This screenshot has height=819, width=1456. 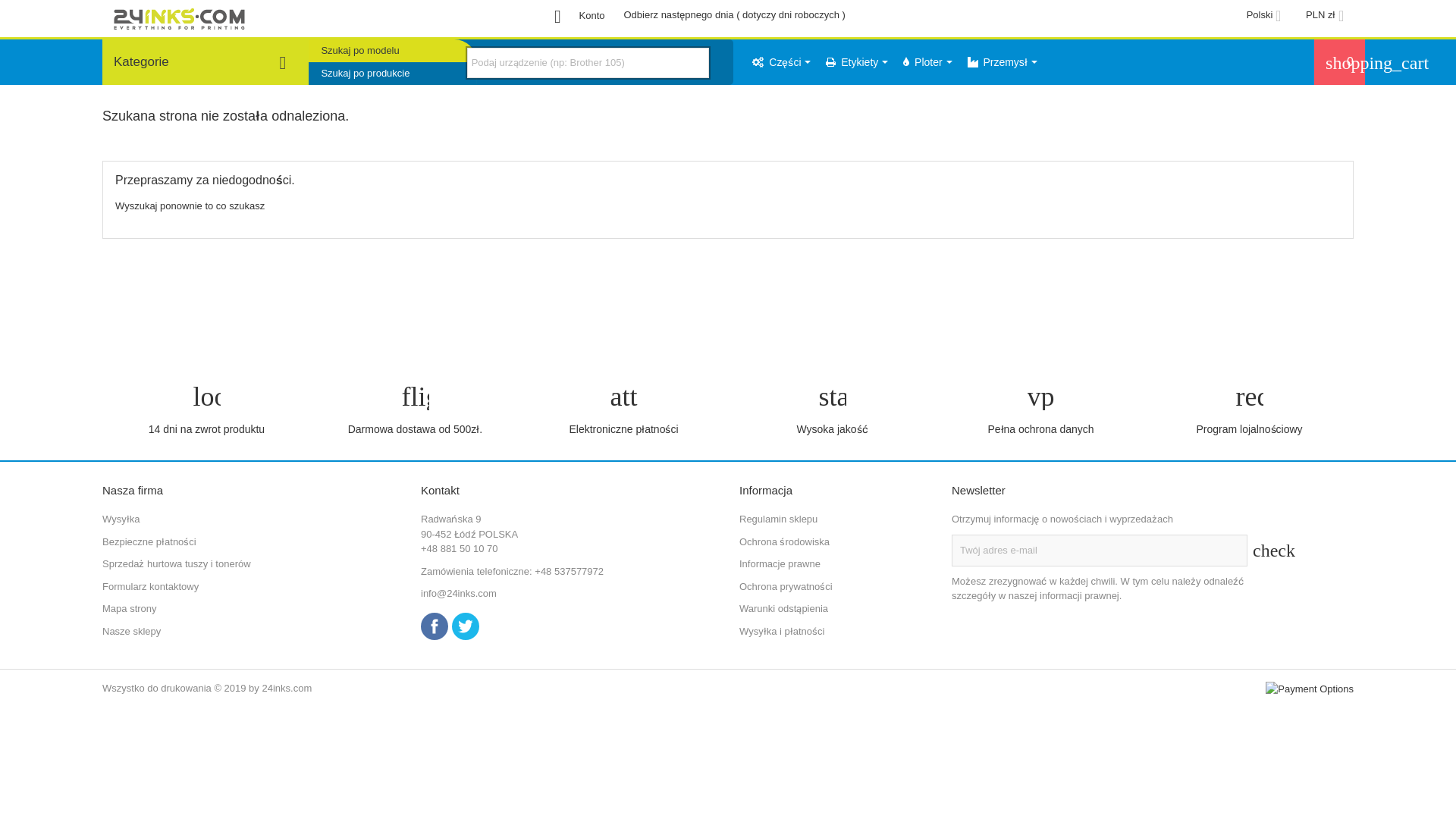 What do you see at coordinates (308, 49) in the screenshot?
I see `'Szukaj po modelu'` at bounding box center [308, 49].